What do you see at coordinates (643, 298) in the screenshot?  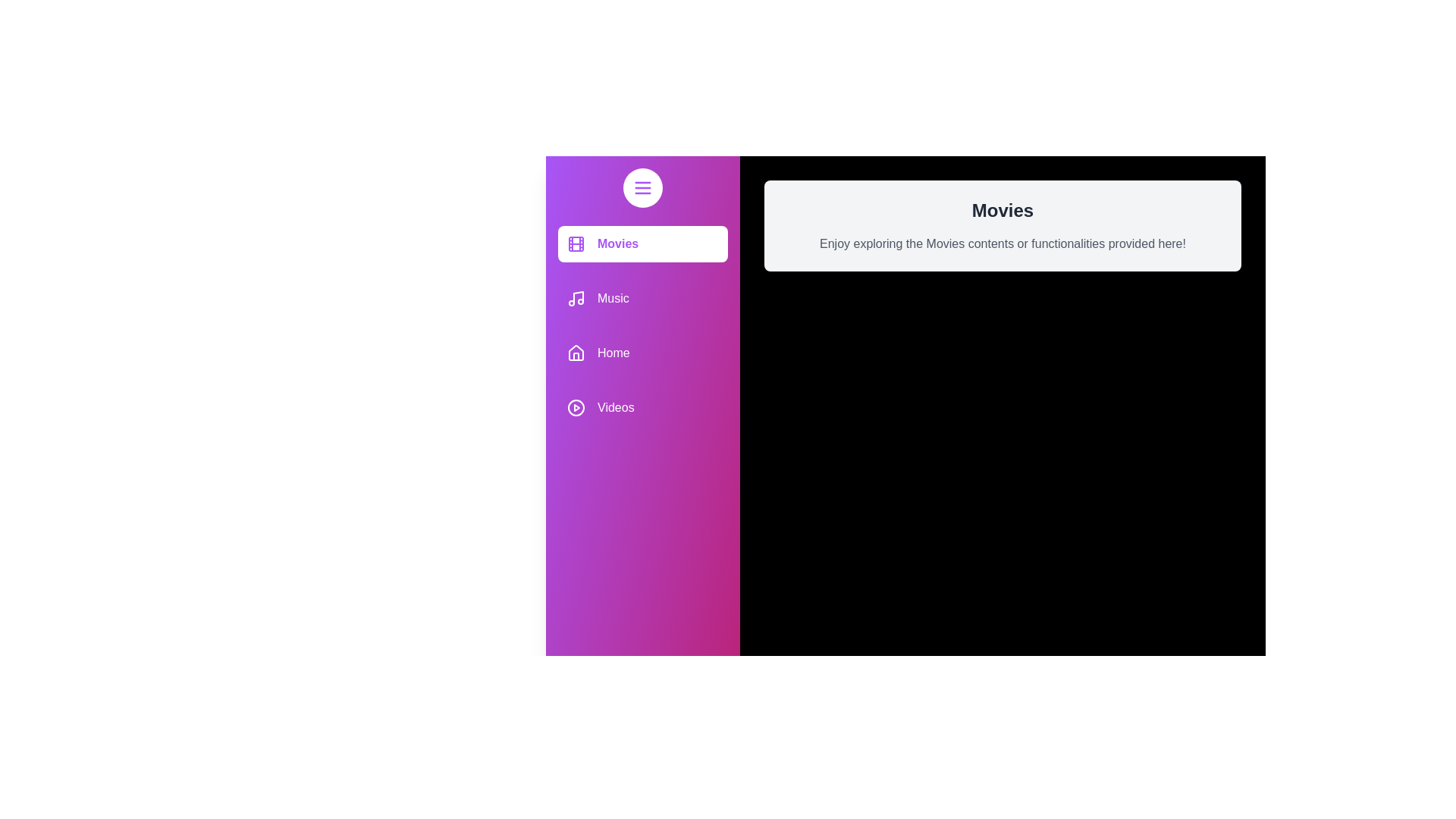 I see `the media category item Music to receive feedback` at bounding box center [643, 298].